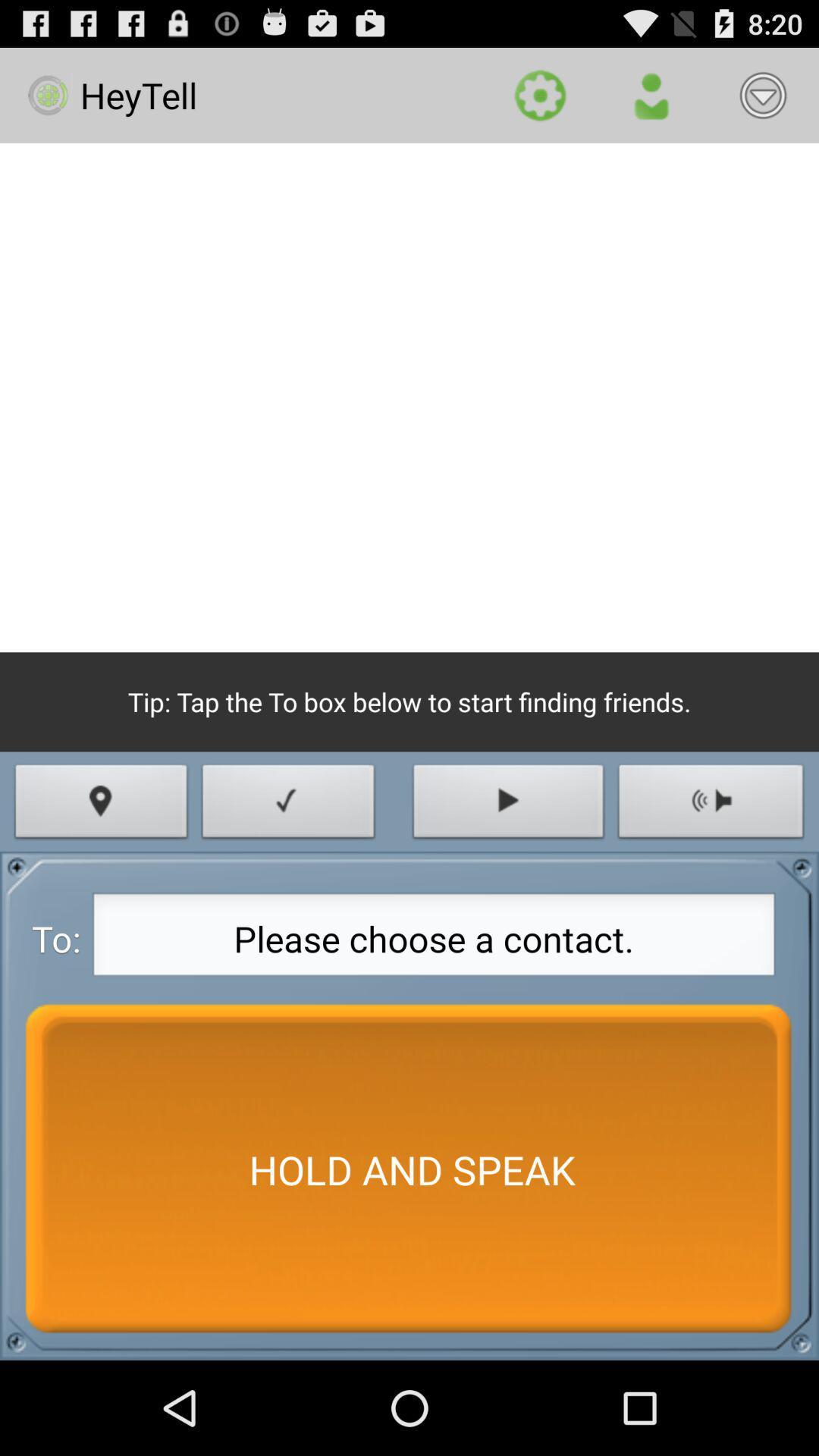 Image resolution: width=819 pixels, height=1456 pixels. What do you see at coordinates (409, 397) in the screenshot?
I see `the icon above the tip tap the icon` at bounding box center [409, 397].